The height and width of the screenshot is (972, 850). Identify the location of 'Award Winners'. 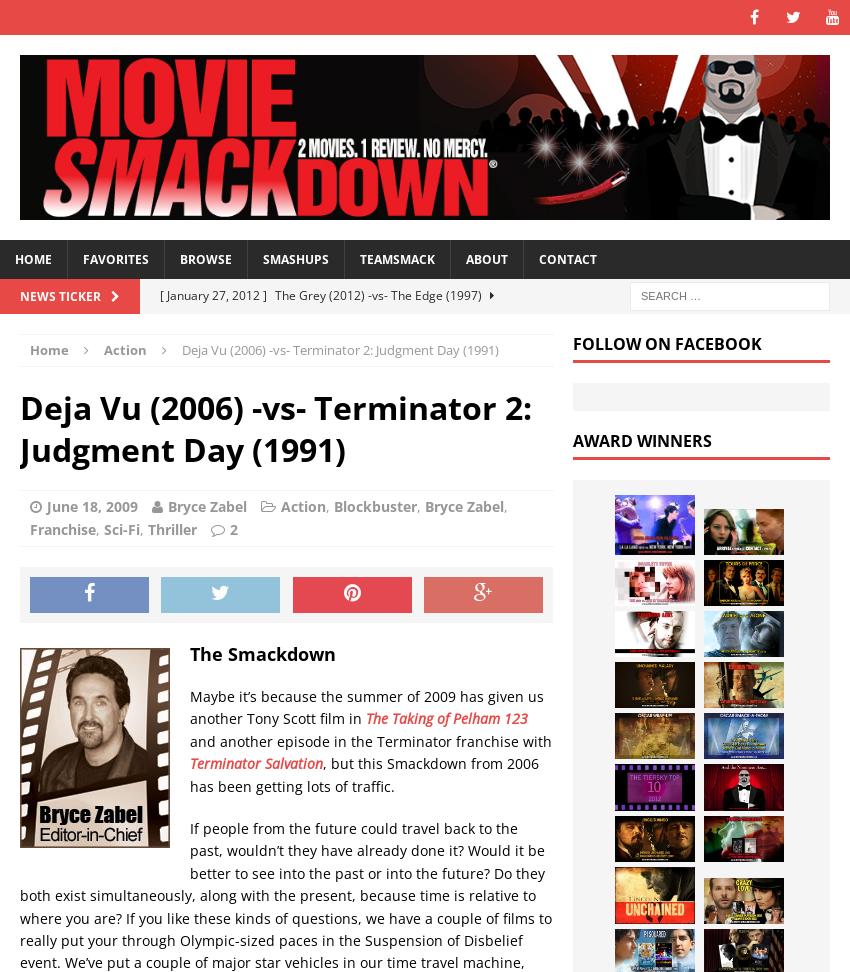
(642, 439).